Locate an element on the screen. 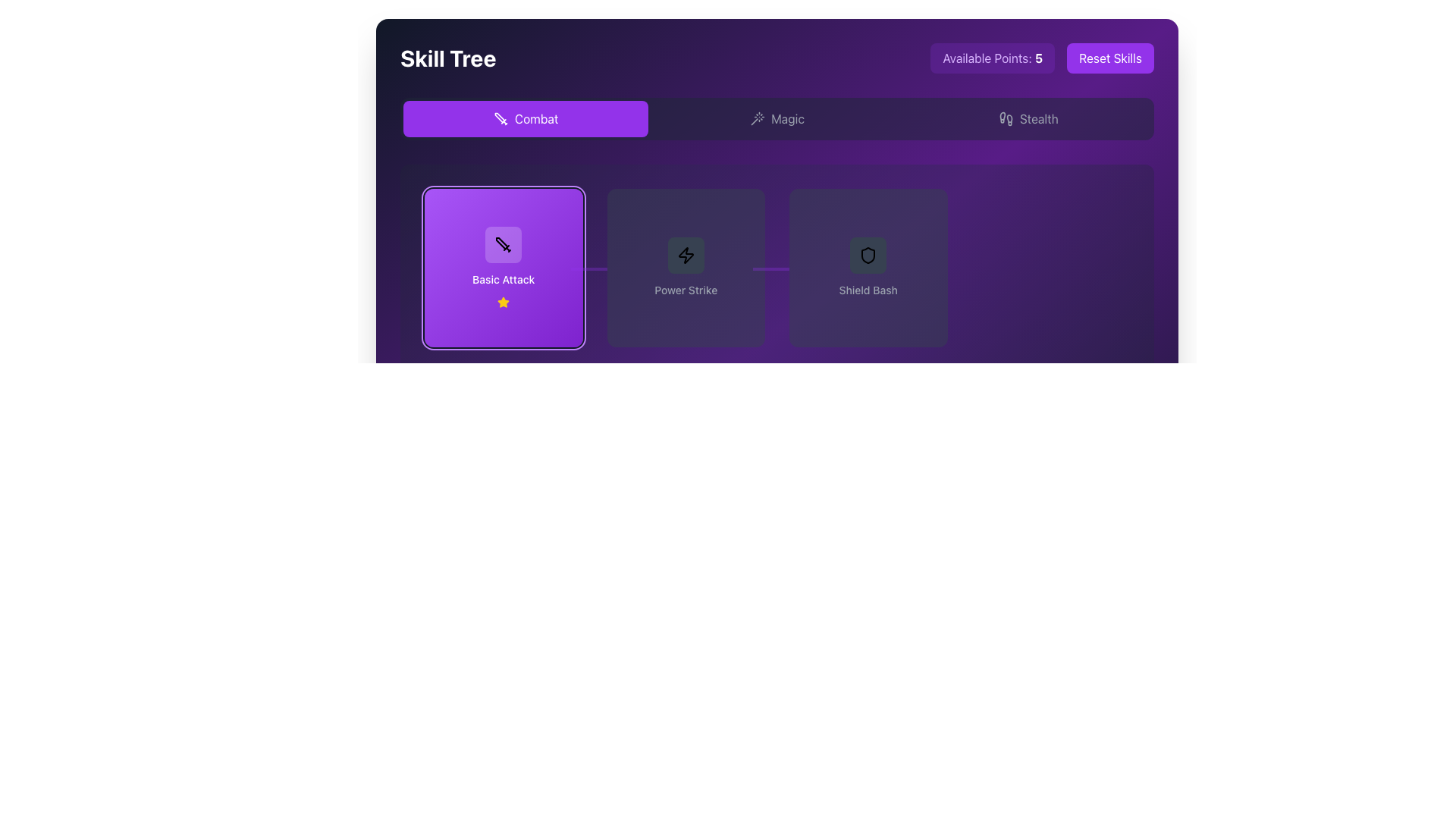  the 'Reset Skills' button with a purple background to observe its hover effect is located at coordinates (1110, 58).